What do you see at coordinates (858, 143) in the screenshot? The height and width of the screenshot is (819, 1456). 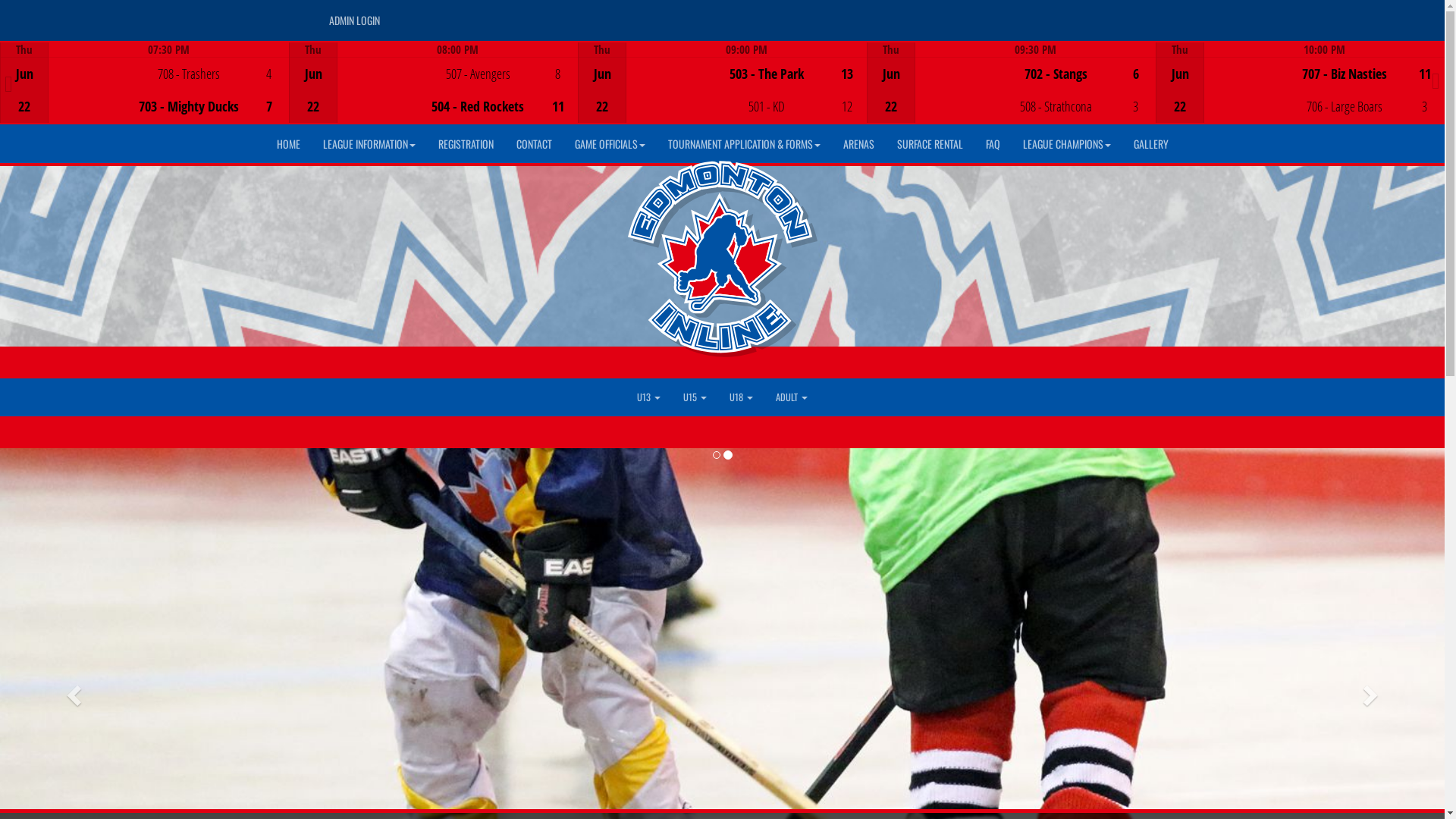 I see `'ARENAS'` at bounding box center [858, 143].